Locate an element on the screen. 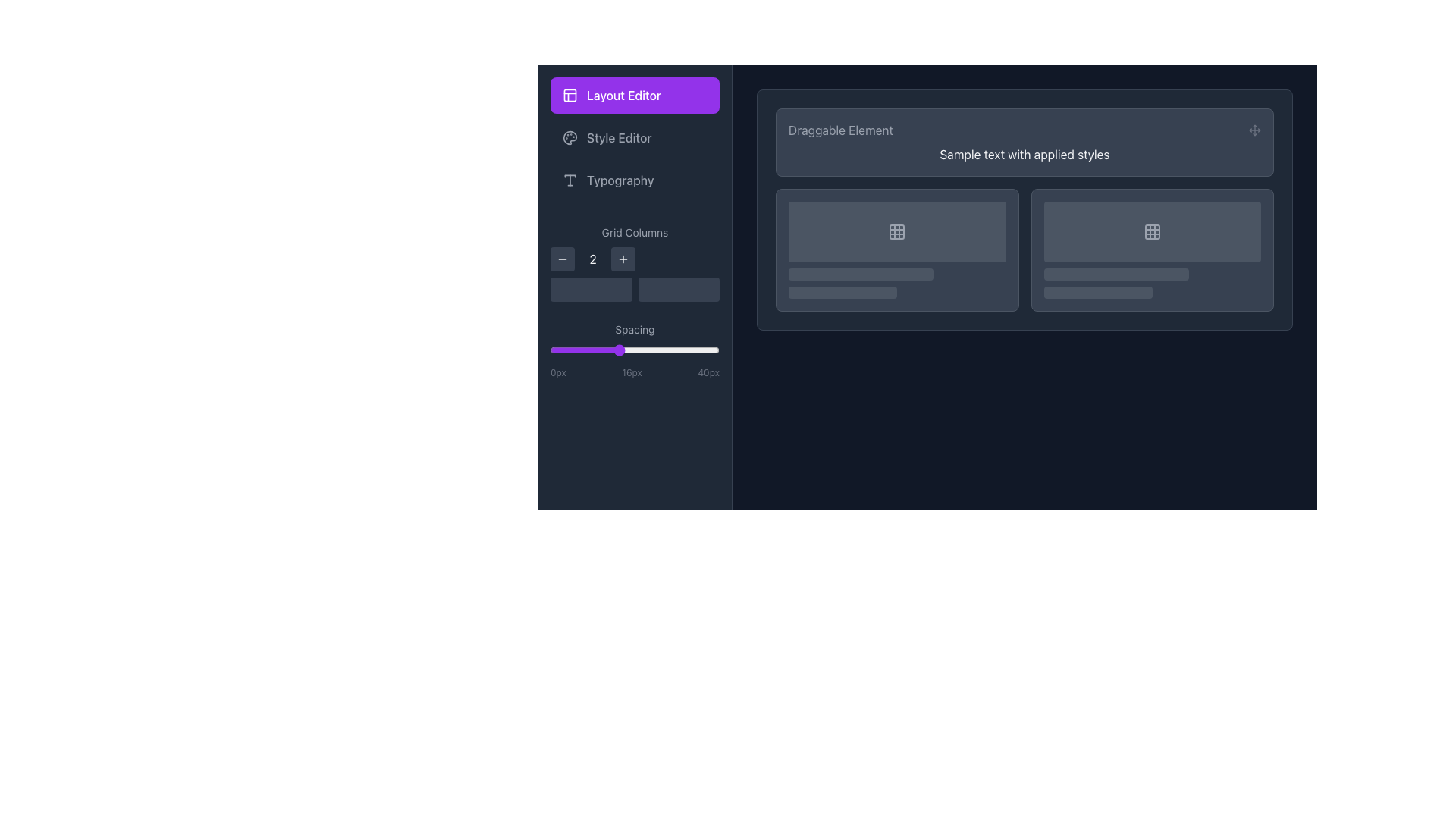  the circular '+' button located to the right of the 'Grid Columns' input field to increase the grid column count is located at coordinates (623, 259).